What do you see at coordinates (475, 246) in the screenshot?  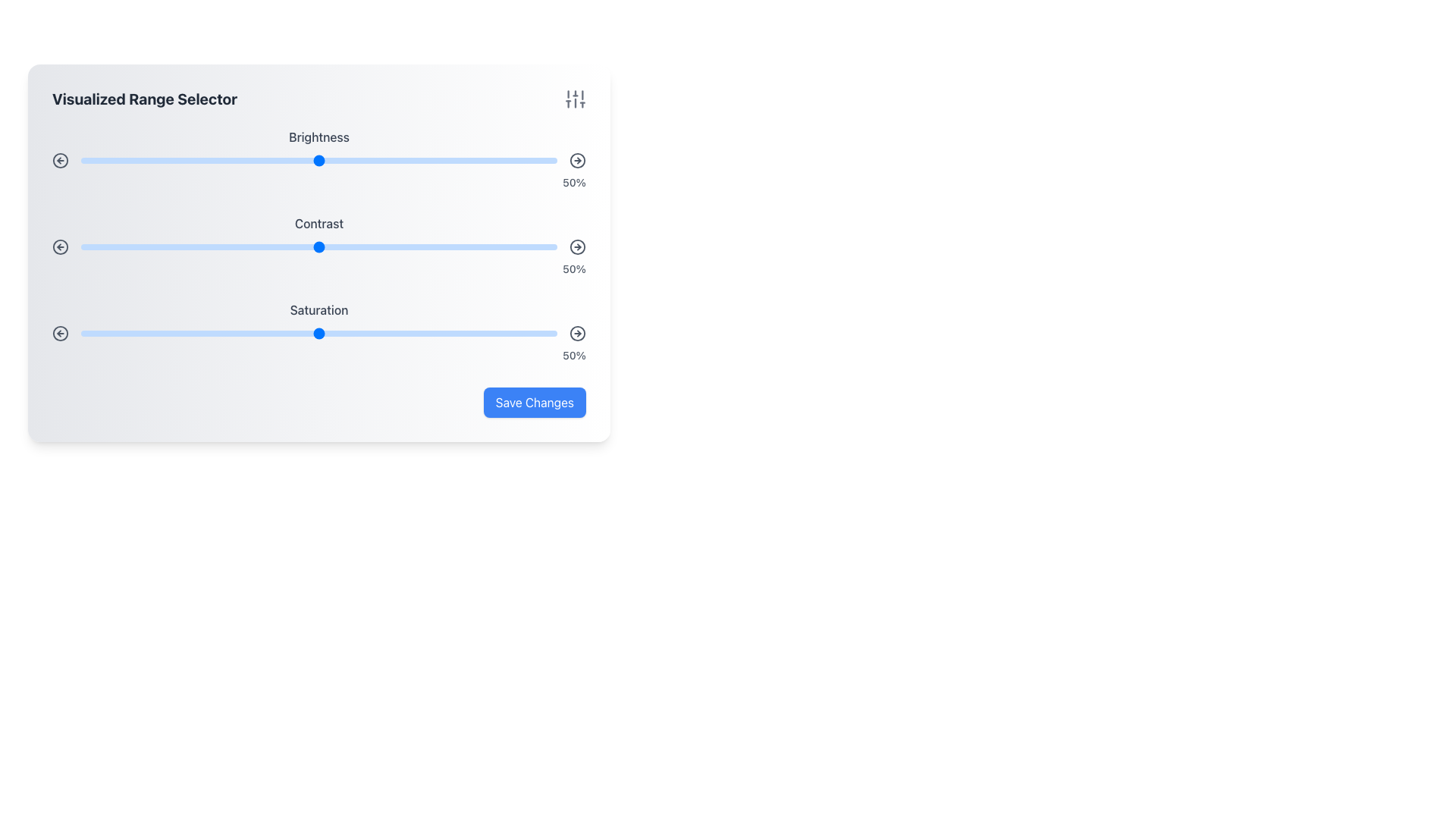 I see `the slider value` at bounding box center [475, 246].